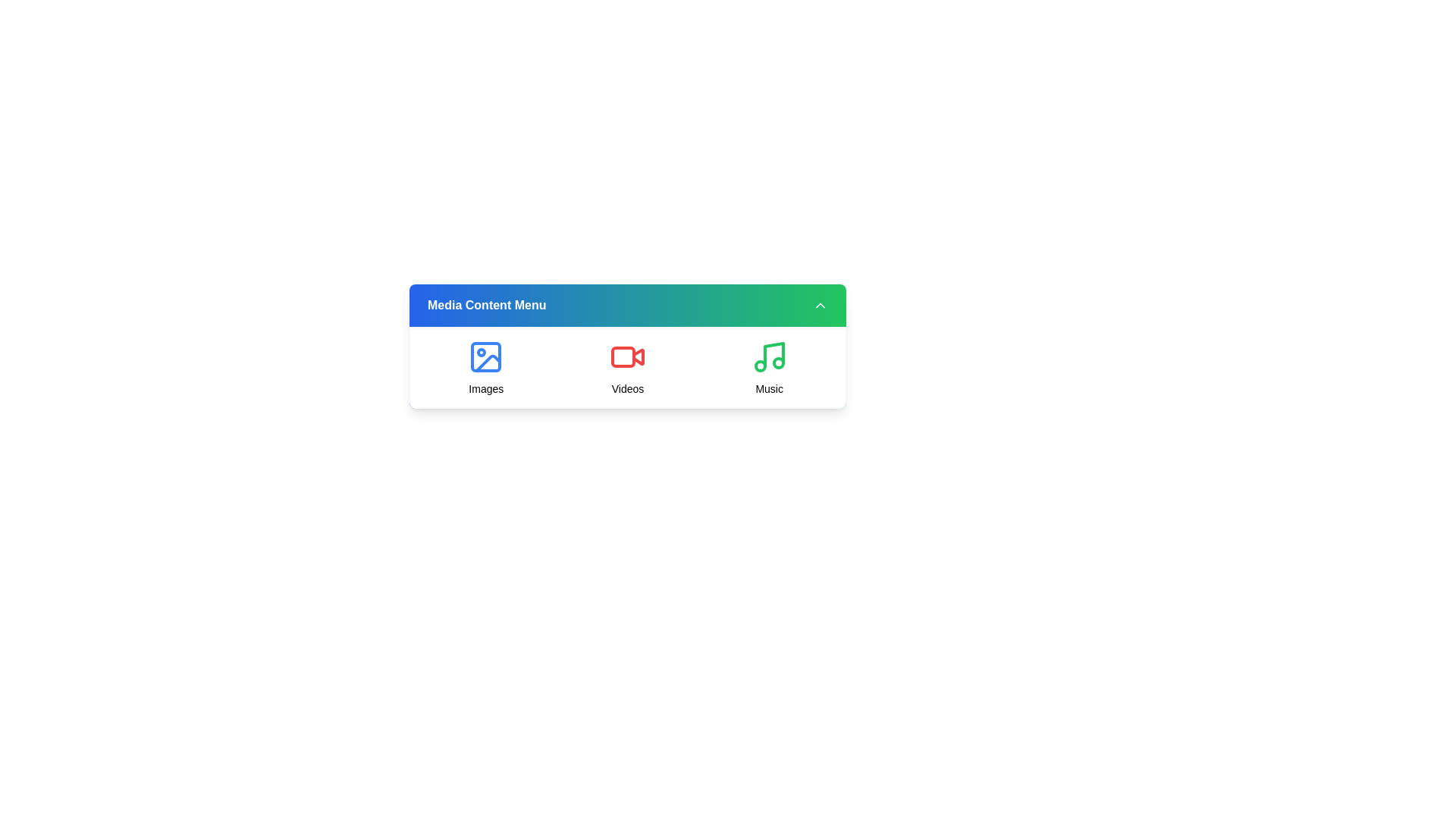 The height and width of the screenshot is (819, 1456). Describe the element at coordinates (628, 368) in the screenshot. I see `the media option icon for Videos` at that location.